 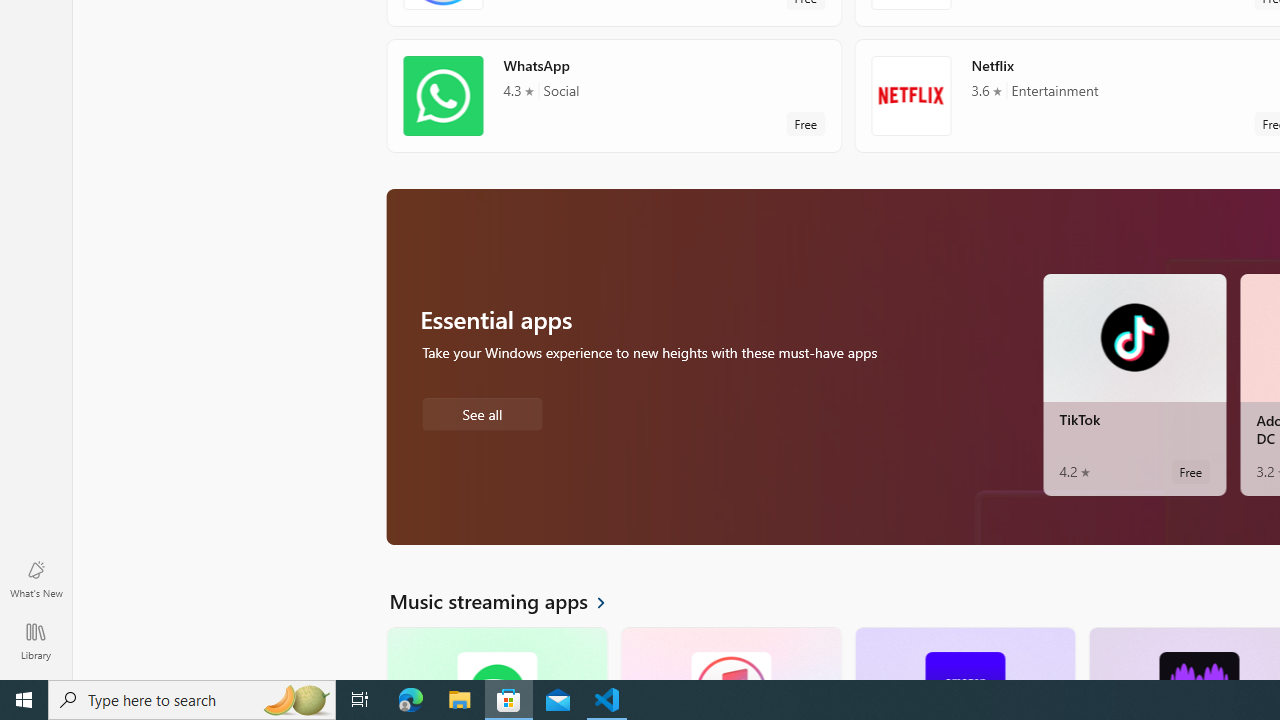 What do you see at coordinates (729, 653) in the screenshot?
I see `'iTunes. Average rating of 2.5 out of five stars. Free  '` at bounding box center [729, 653].